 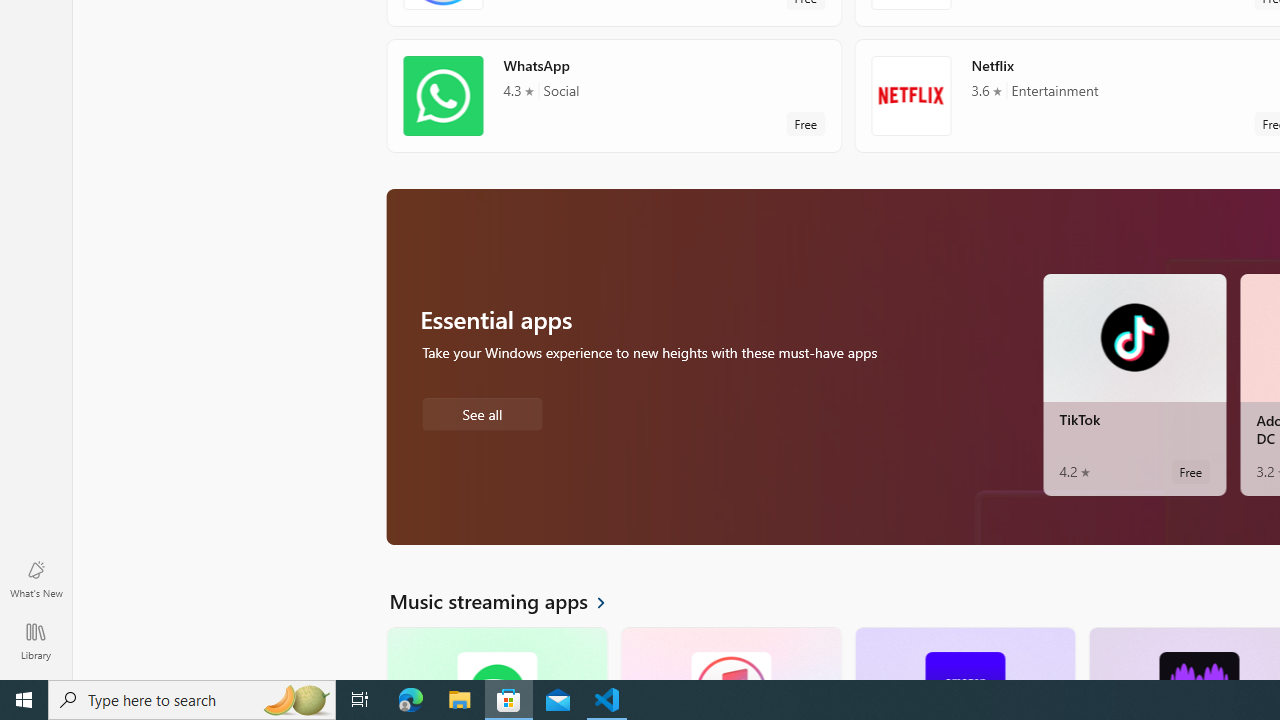 What do you see at coordinates (729, 653) in the screenshot?
I see `'iTunes. Average rating of 2.5 out of five stars. Free  '` at bounding box center [729, 653].